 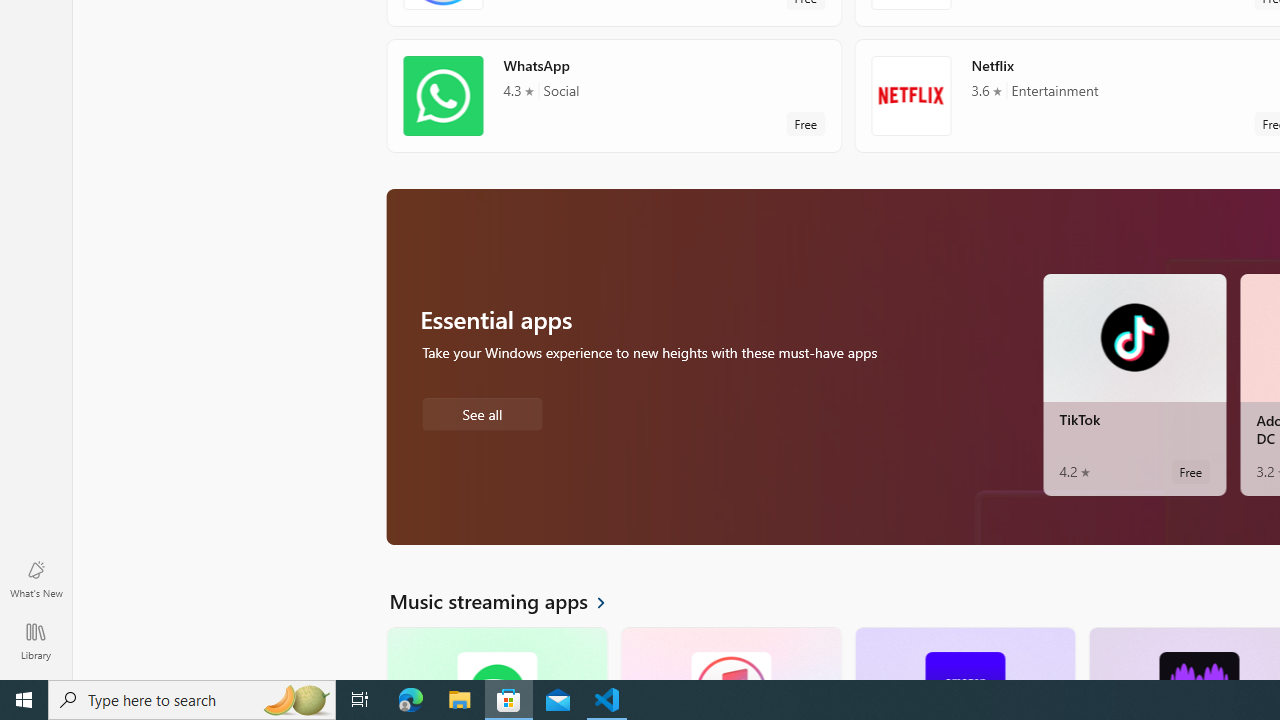 What do you see at coordinates (729, 653) in the screenshot?
I see `'iTunes. Average rating of 2.5 out of five stars. Free  '` at bounding box center [729, 653].